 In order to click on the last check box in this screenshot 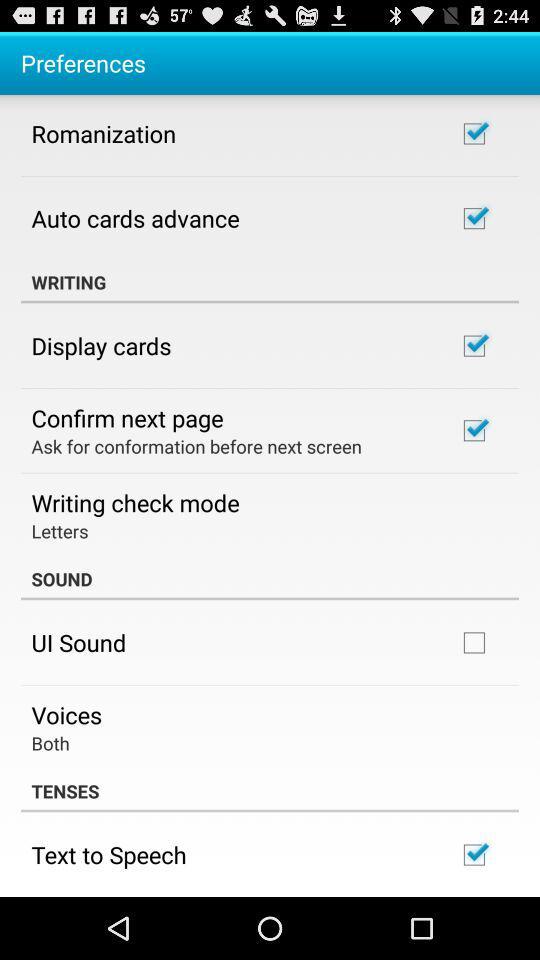, I will do `click(473, 853)`.